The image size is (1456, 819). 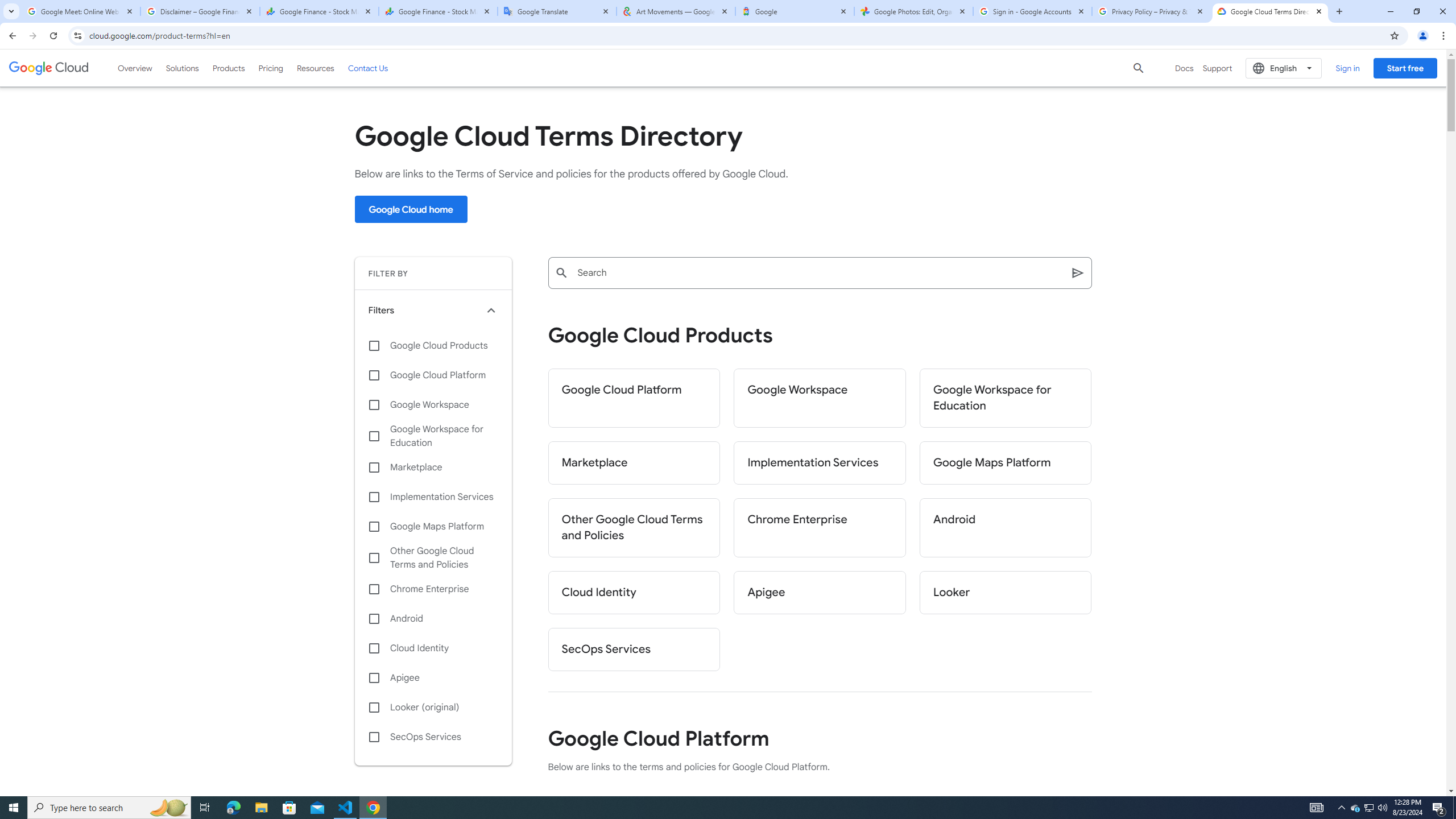 What do you see at coordinates (1217, 67) in the screenshot?
I see `'Support'` at bounding box center [1217, 67].